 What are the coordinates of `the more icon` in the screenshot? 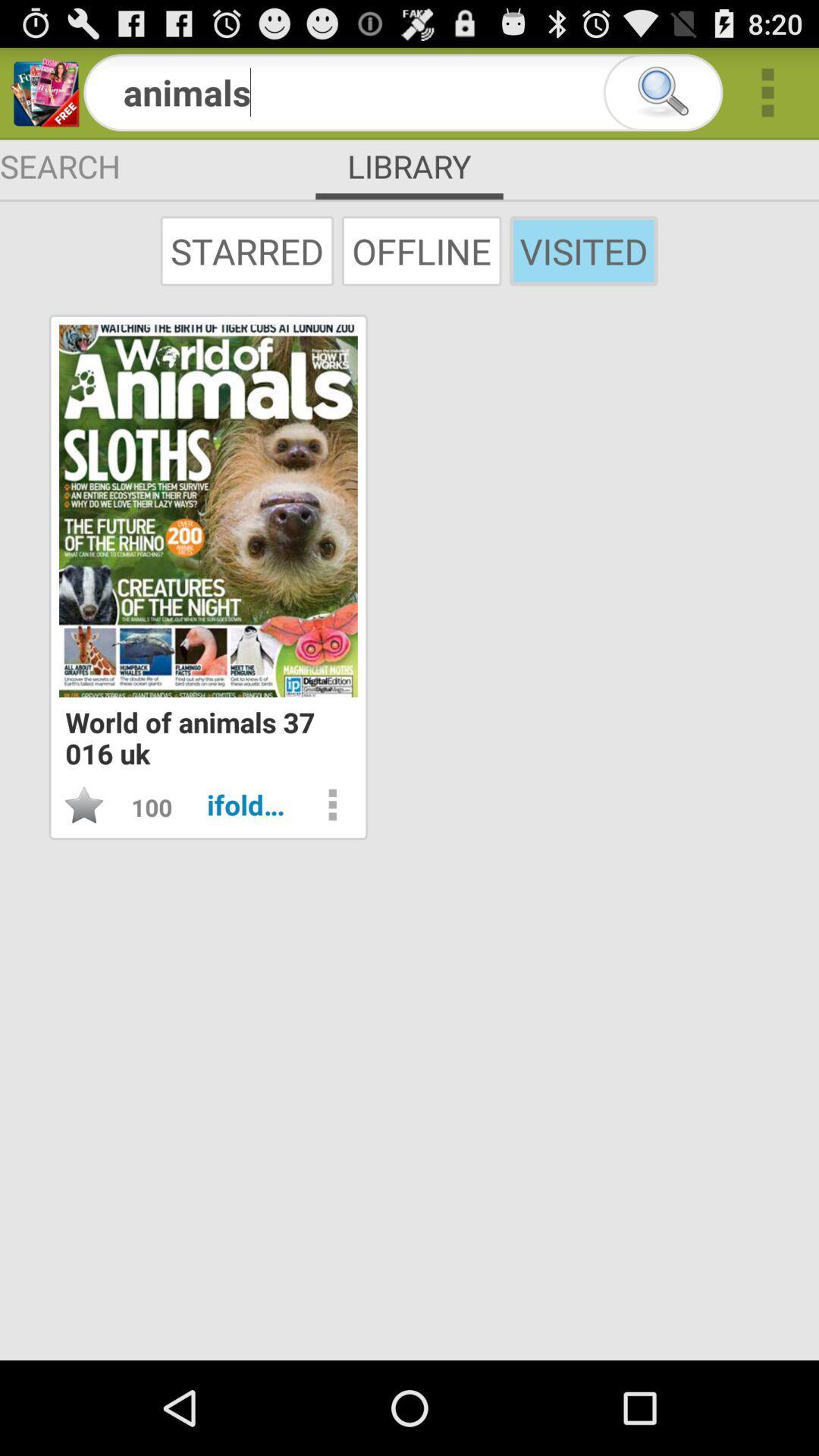 It's located at (767, 98).